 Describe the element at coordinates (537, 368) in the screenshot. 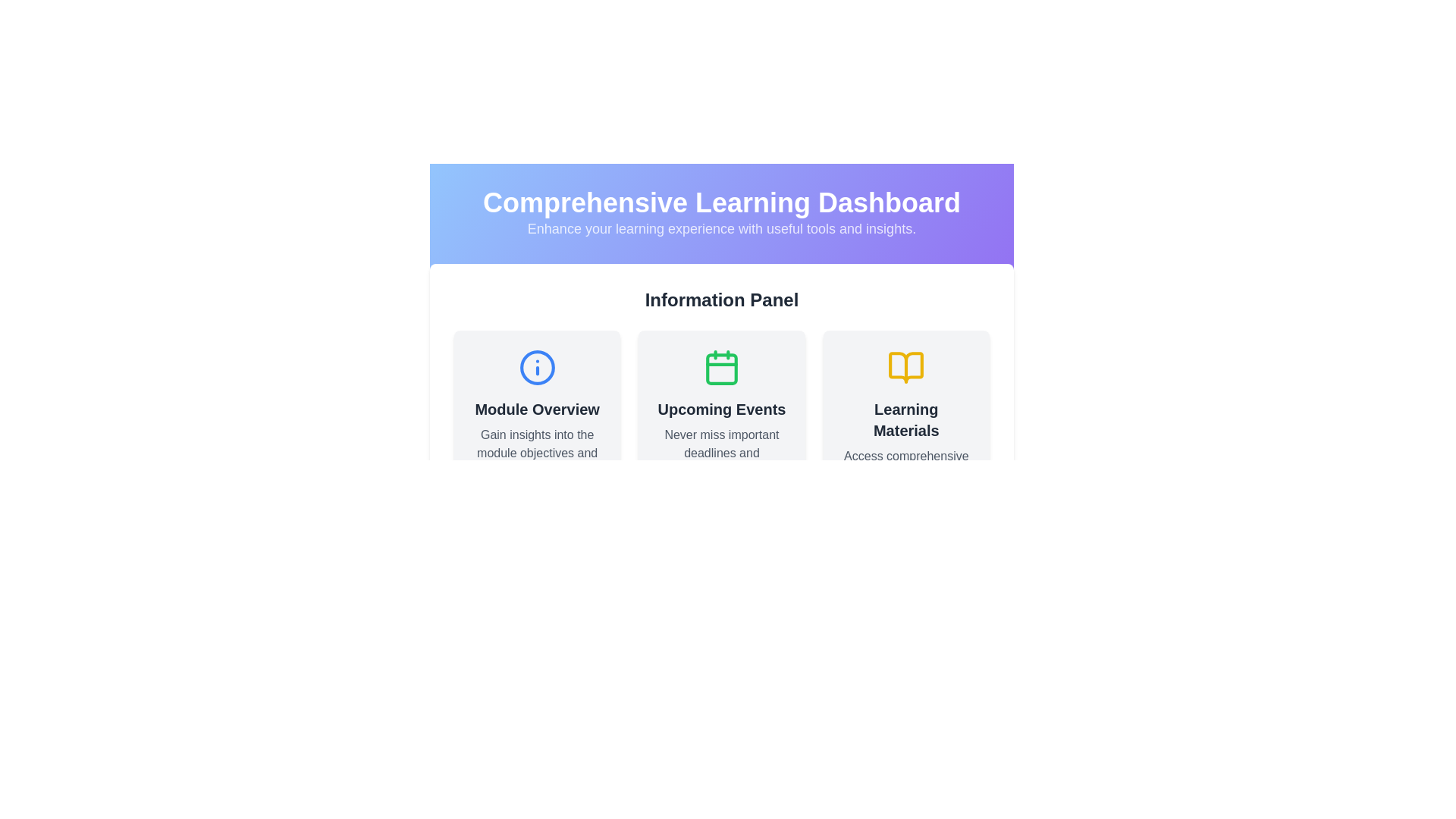

I see `the leftmost icon in the row of three icons located below the 'Information Panel' text header` at that location.